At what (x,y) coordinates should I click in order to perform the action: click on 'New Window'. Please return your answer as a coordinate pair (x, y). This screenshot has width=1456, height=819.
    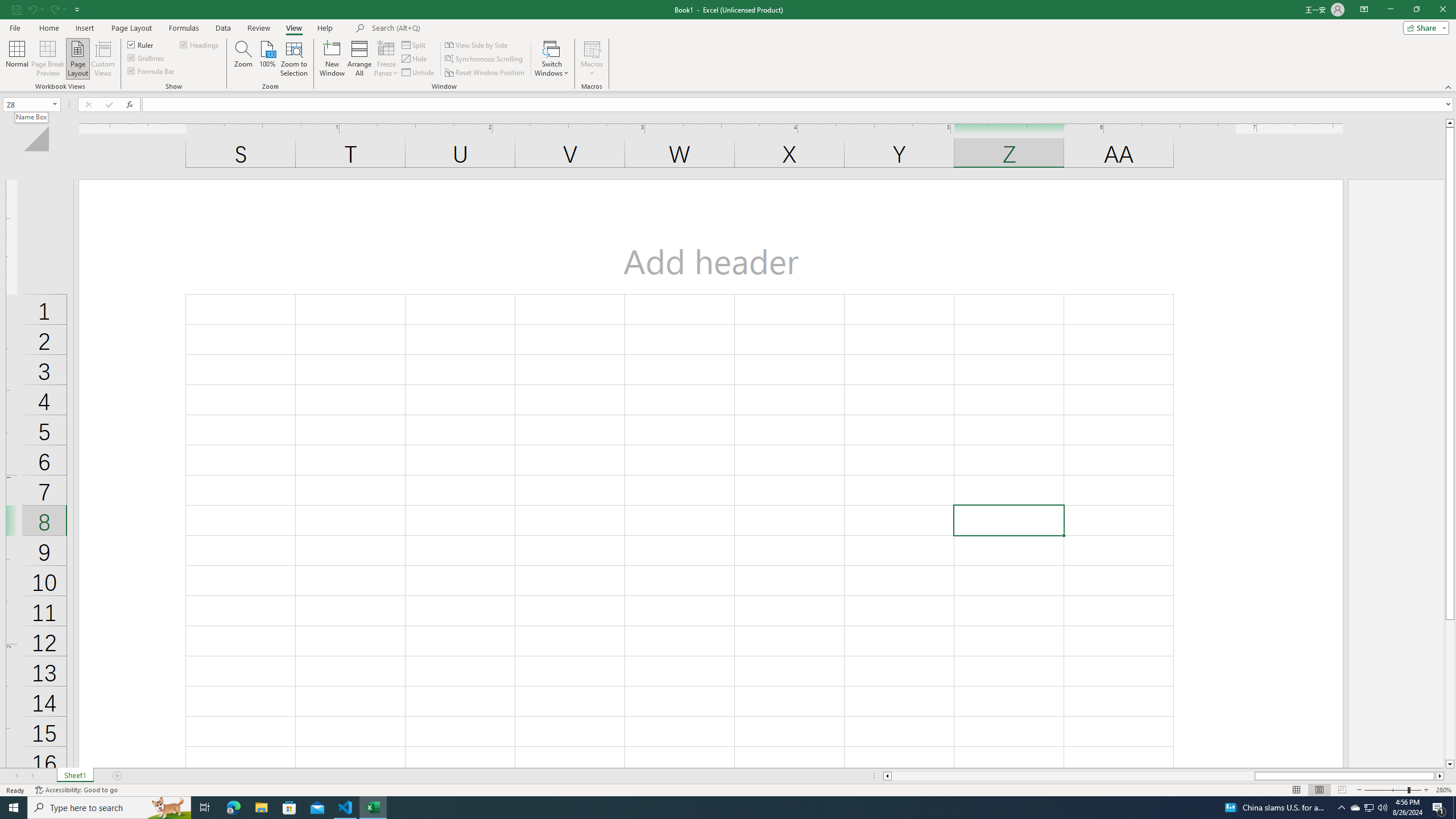
    Looking at the image, I should click on (332, 59).